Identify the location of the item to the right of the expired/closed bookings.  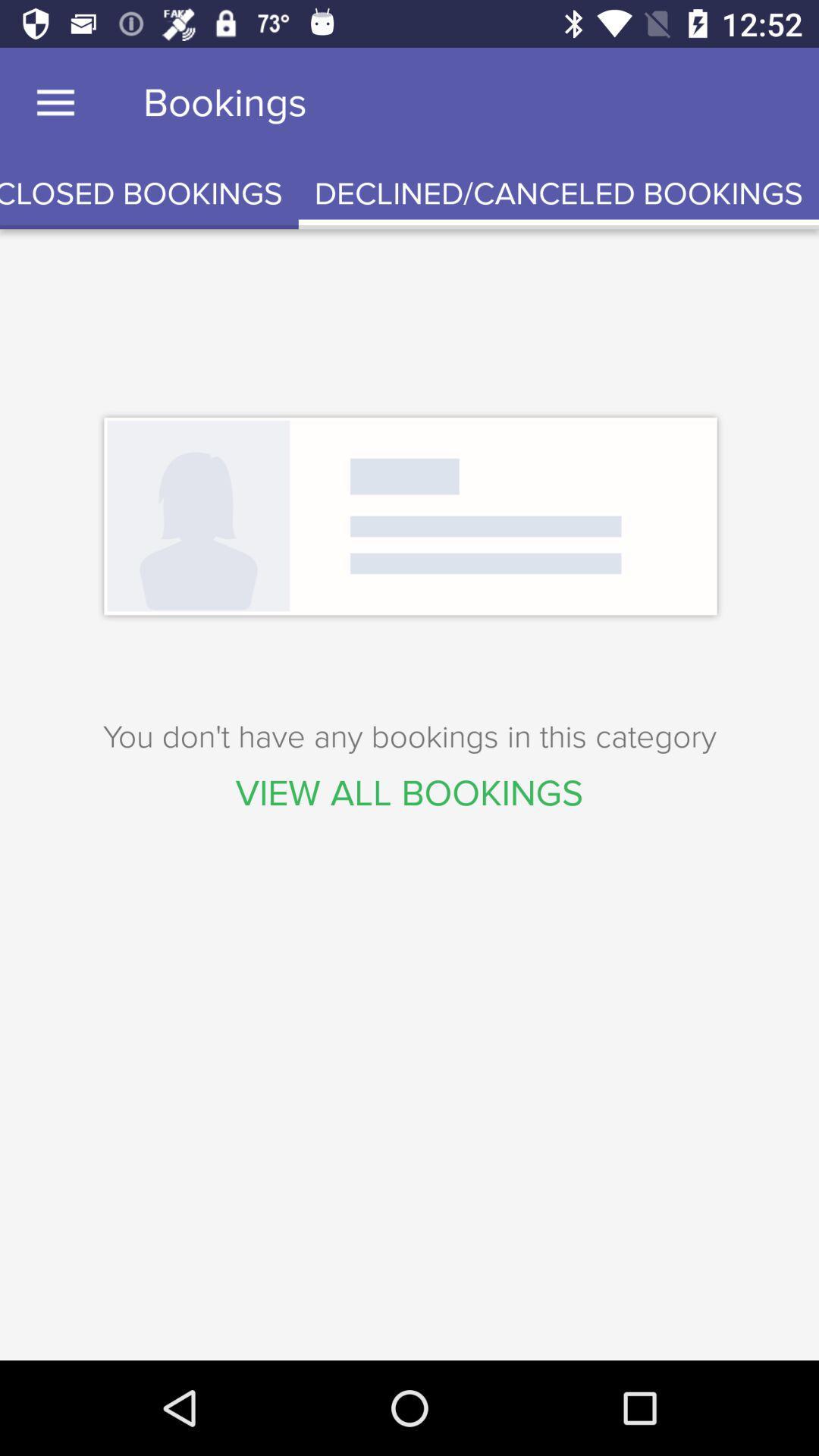
(558, 193).